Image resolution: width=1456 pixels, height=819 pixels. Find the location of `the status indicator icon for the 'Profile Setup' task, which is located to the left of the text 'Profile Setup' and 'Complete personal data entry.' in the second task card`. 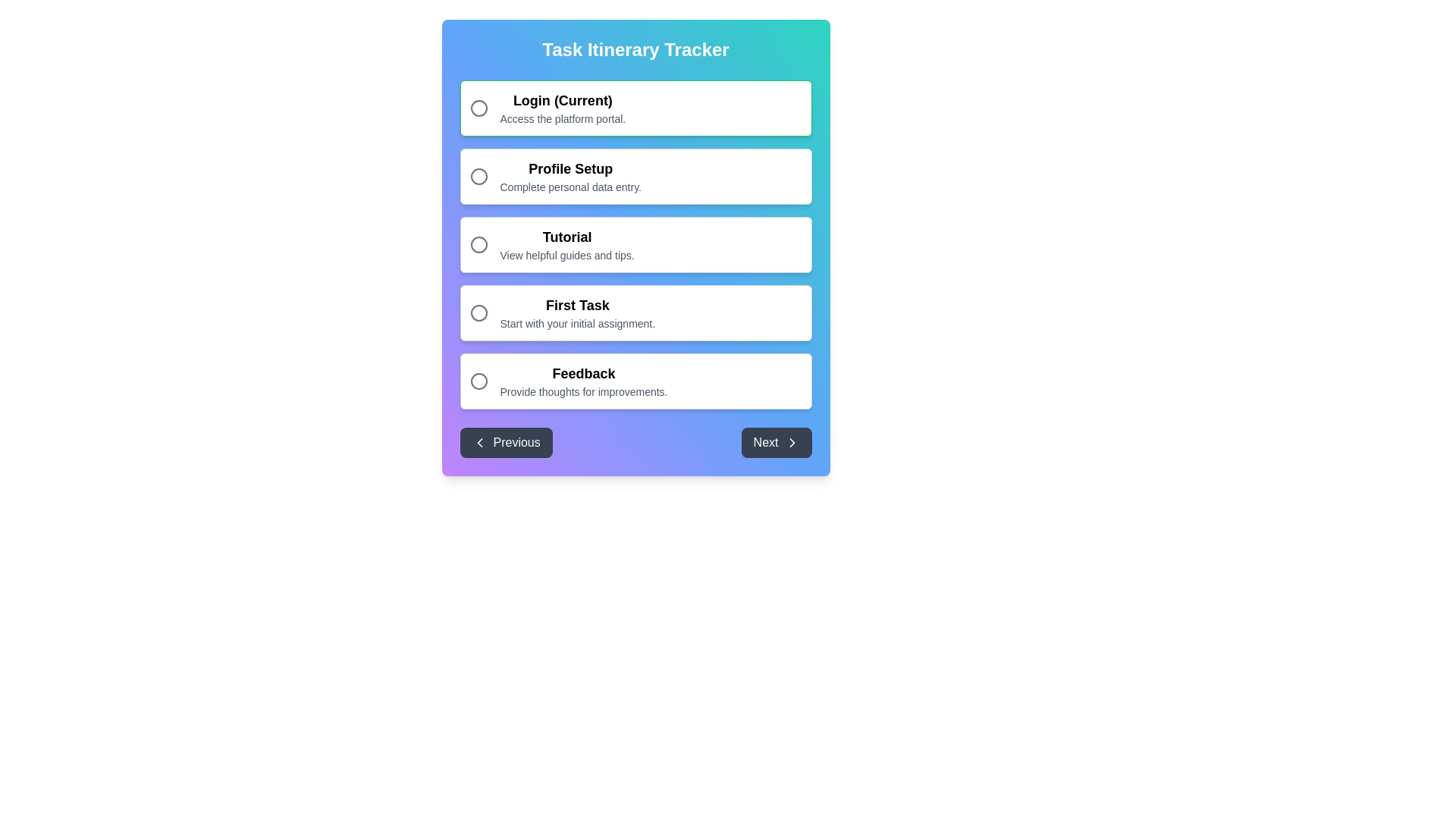

the status indicator icon for the 'Profile Setup' task, which is located to the left of the text 'Profile Setup' and 'Complete personal data entry.' in the second task card is located at coordinates (478, 175).